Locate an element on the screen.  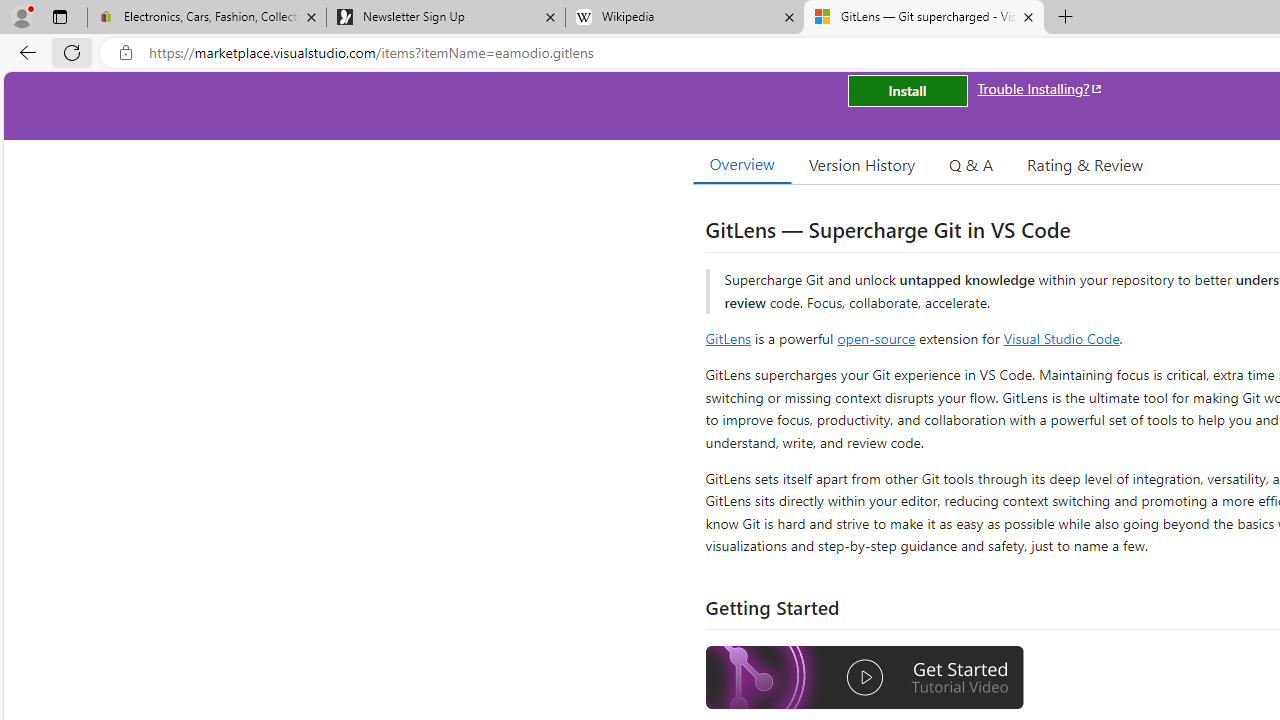
'Rating & Review' is located at coordinates (1084, 163).